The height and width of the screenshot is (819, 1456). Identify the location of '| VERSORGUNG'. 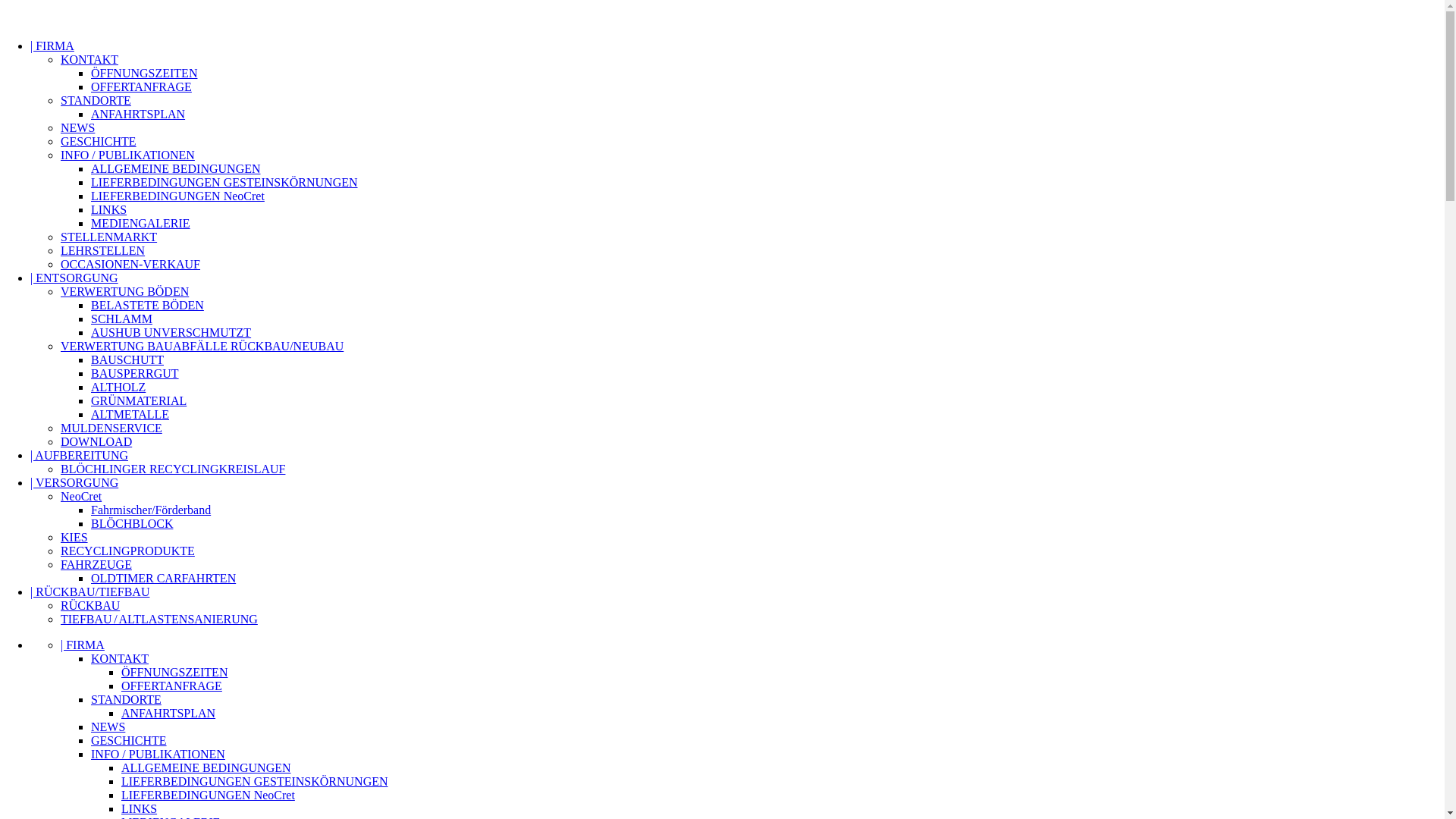
(30, 482).